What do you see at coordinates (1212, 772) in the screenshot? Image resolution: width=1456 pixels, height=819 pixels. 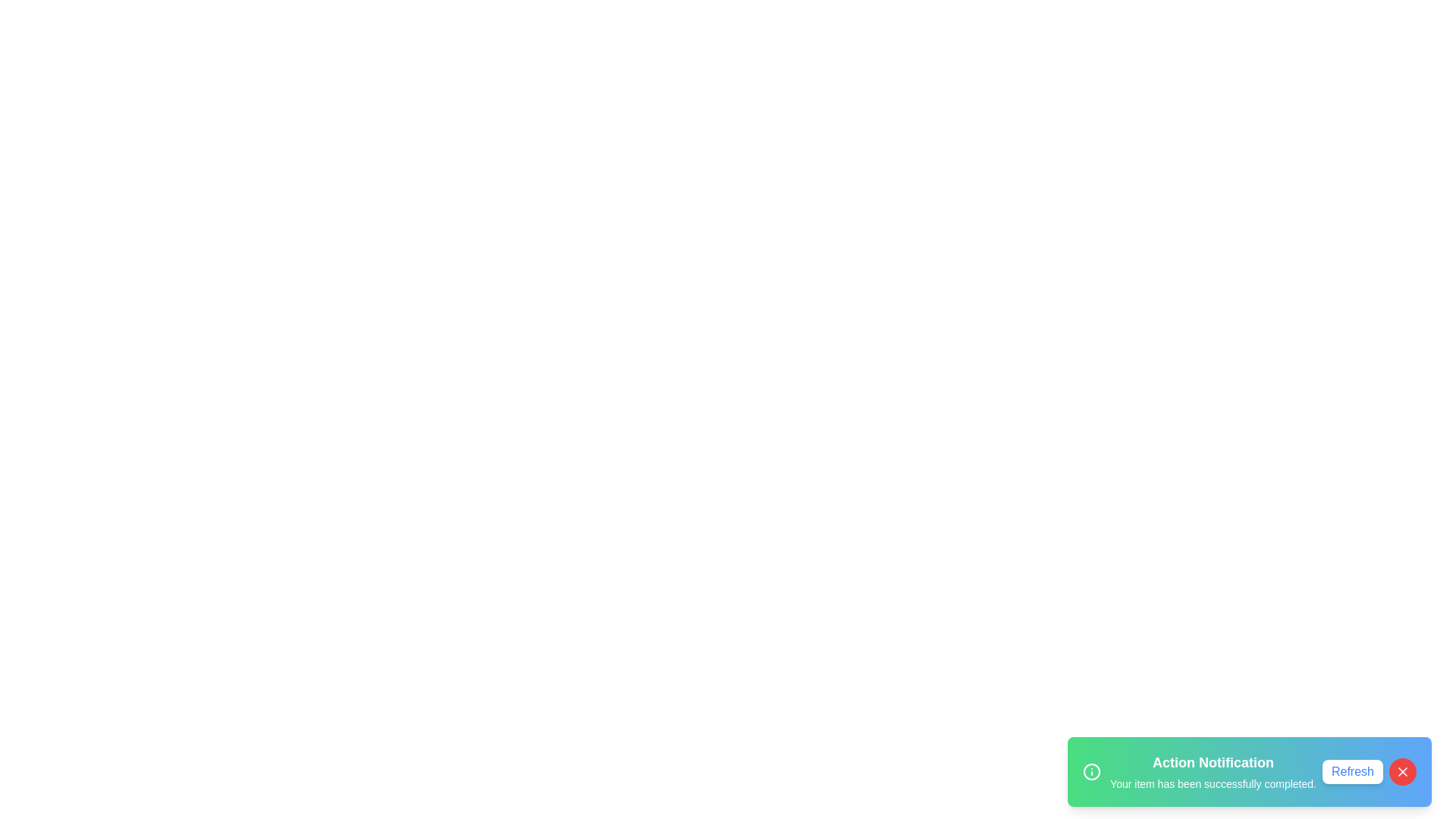 I see `the text within the snackbar to select it` at bounding box center [1212, 772].